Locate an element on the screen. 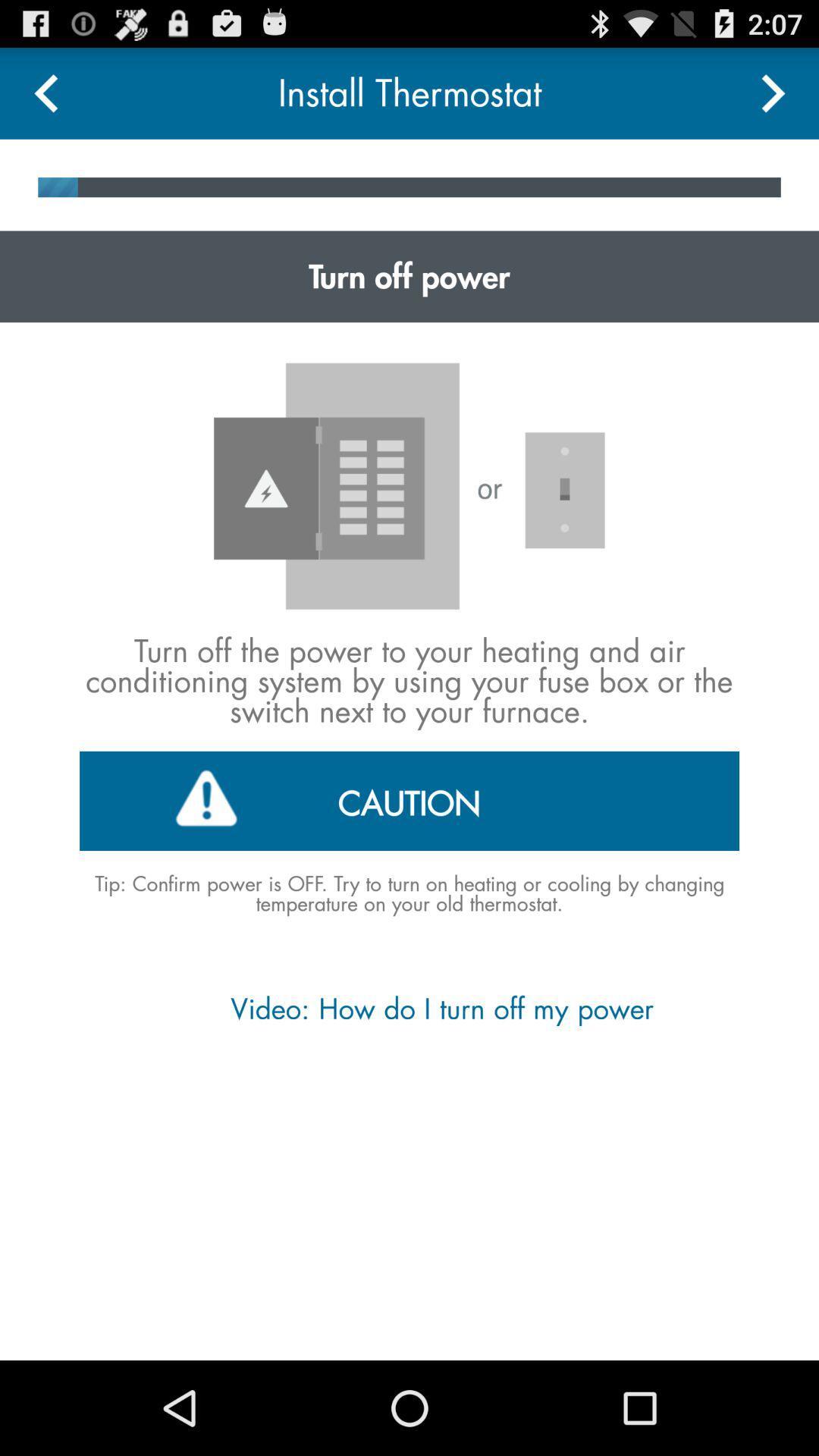 The width and height of the screenshot is (819, 1456). the arrow_forward icon is located at coordinates (773, 99).